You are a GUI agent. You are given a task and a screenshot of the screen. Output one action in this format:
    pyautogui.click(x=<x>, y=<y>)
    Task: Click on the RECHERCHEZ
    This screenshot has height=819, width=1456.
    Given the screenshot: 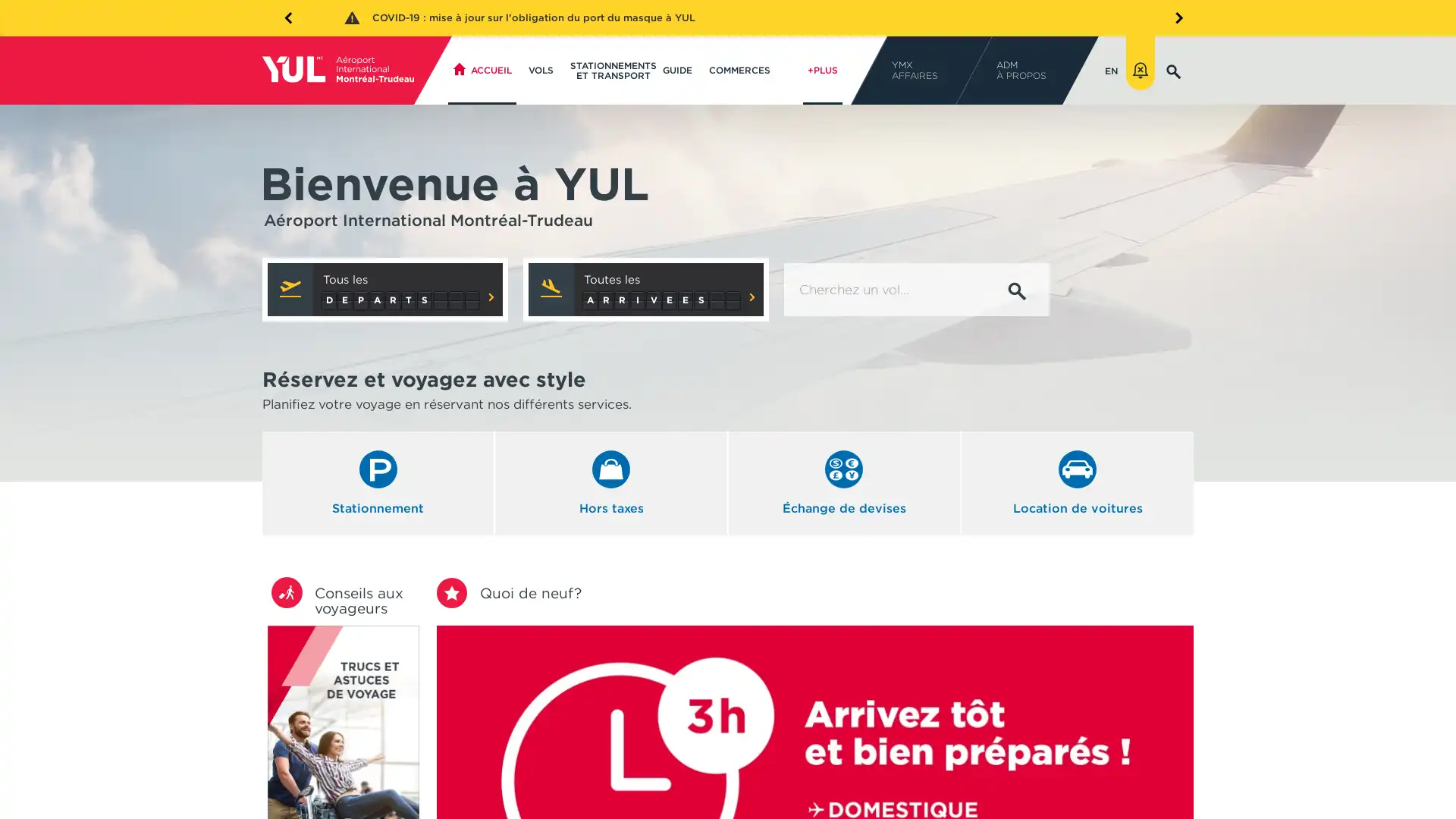 What is the action you would take?
    pyautogui.click(x=1173, y=70)
    